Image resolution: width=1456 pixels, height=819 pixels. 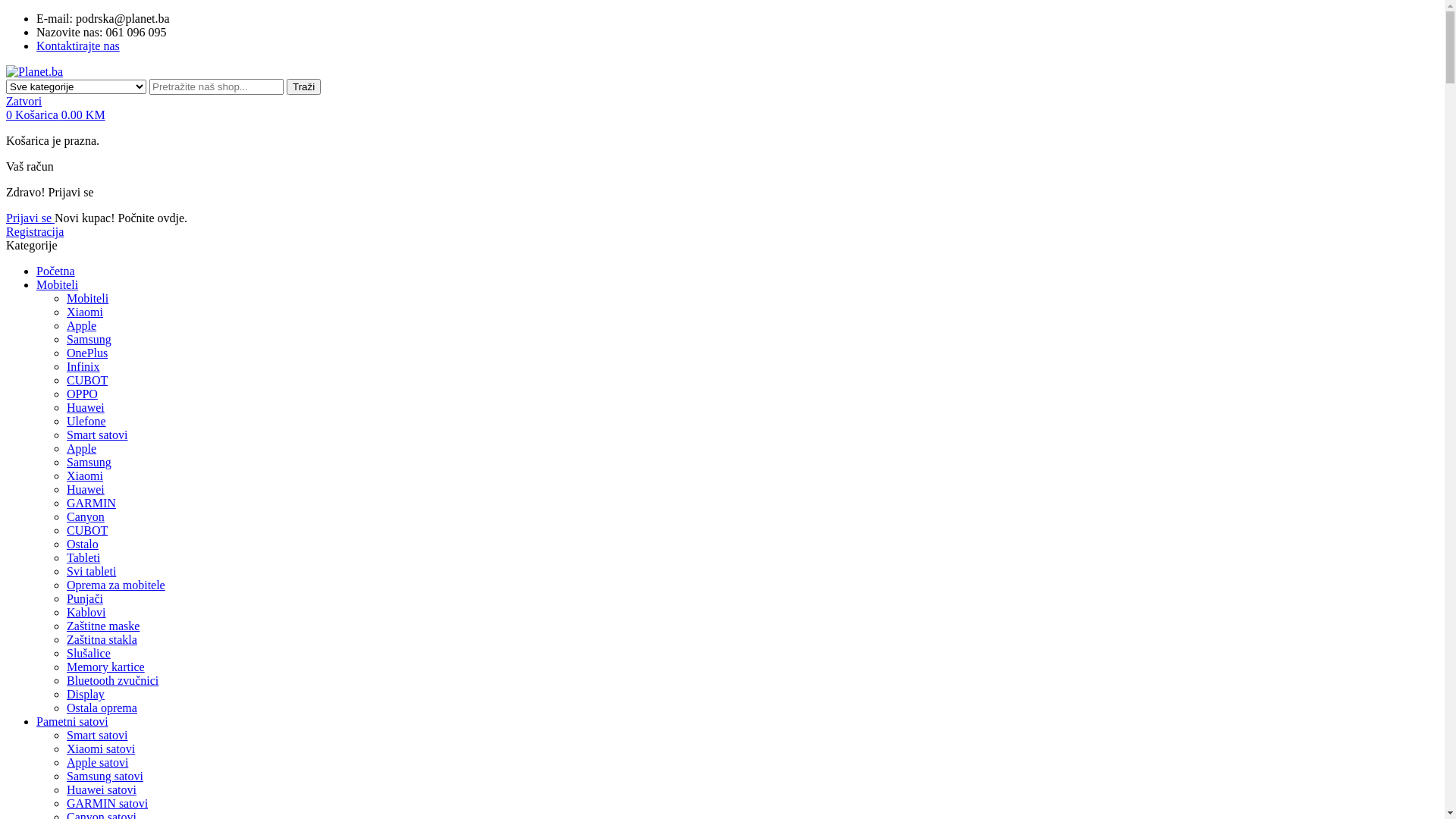 I want to click on 'Memory kartice', so click(x=65, y=666).